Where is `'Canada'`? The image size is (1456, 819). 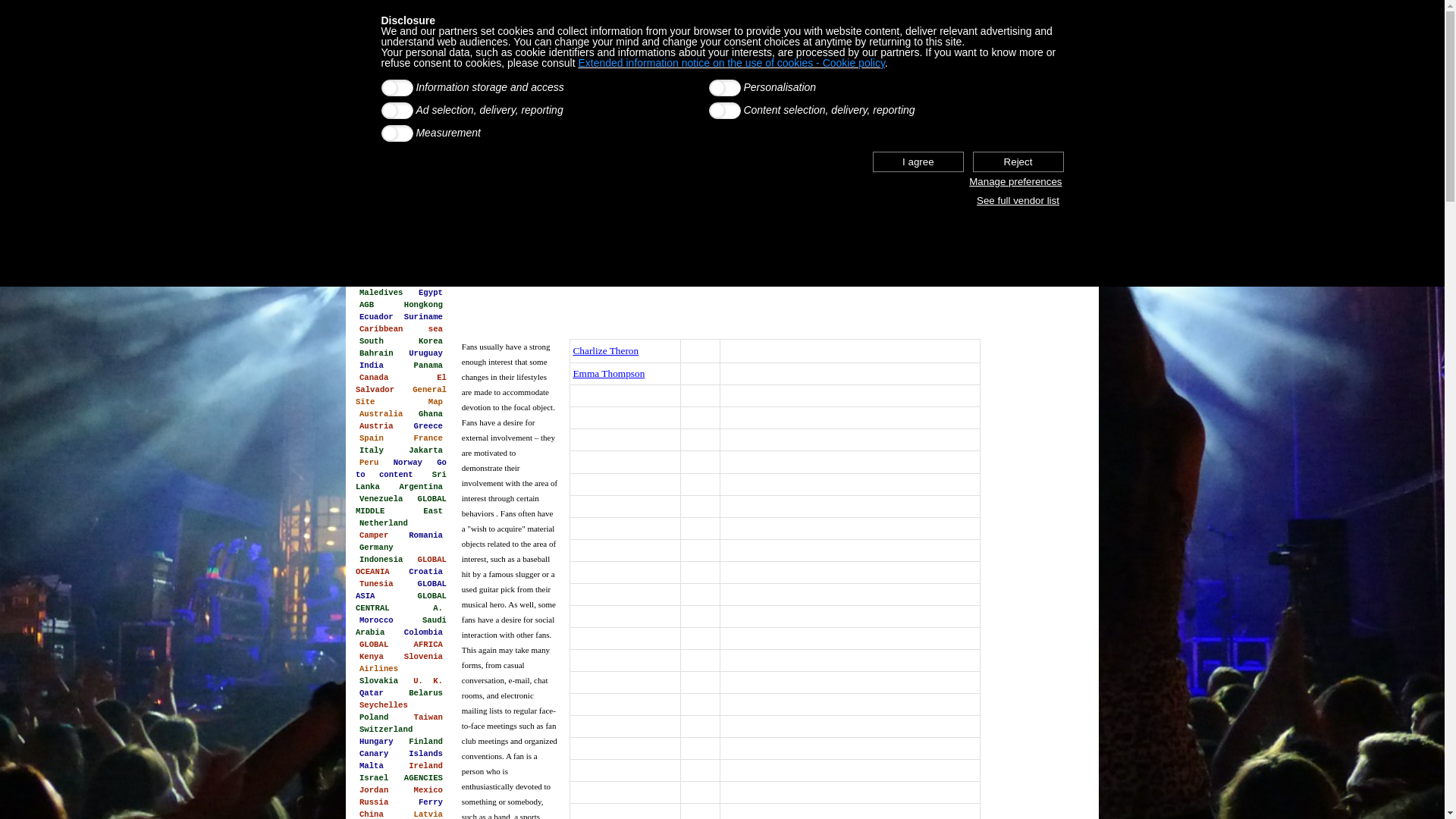
'Canada' is located at coordinates (374, 376).